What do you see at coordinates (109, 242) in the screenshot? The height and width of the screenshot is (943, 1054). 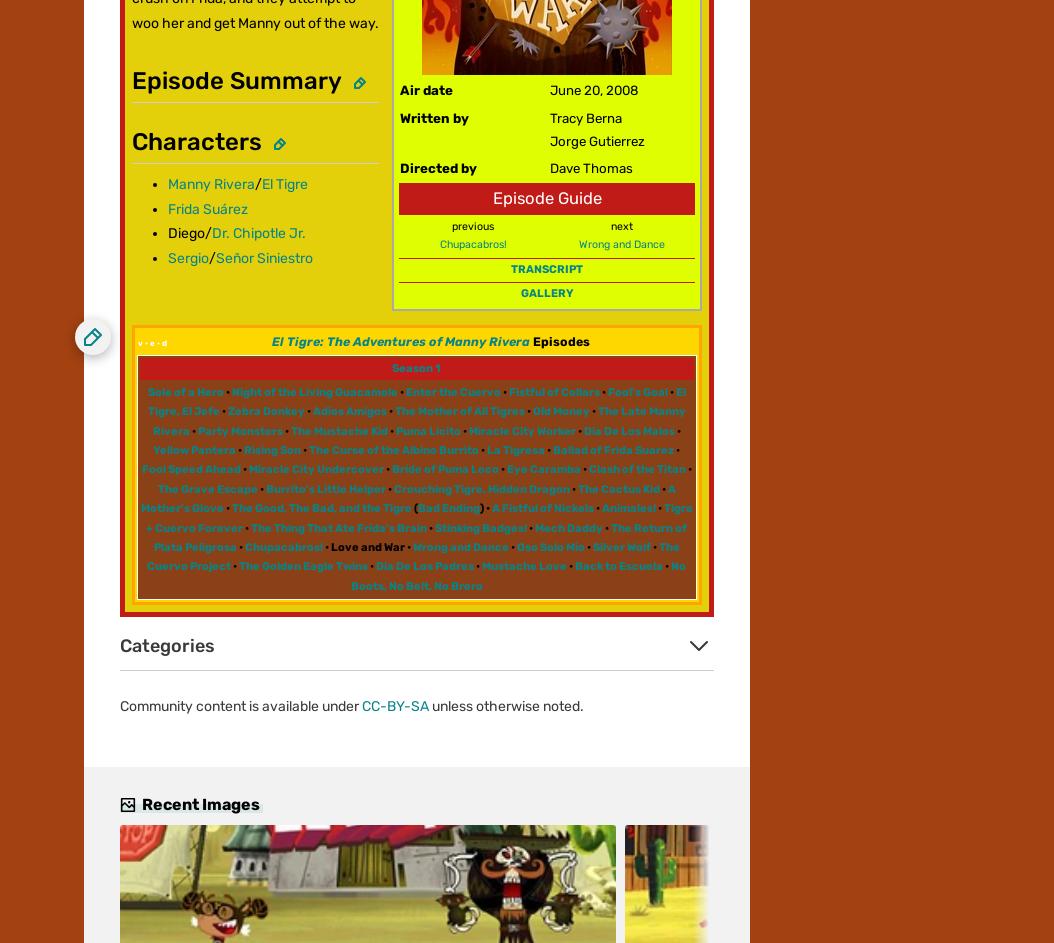 I see `'Contact'` at bounding box center [109, 242].